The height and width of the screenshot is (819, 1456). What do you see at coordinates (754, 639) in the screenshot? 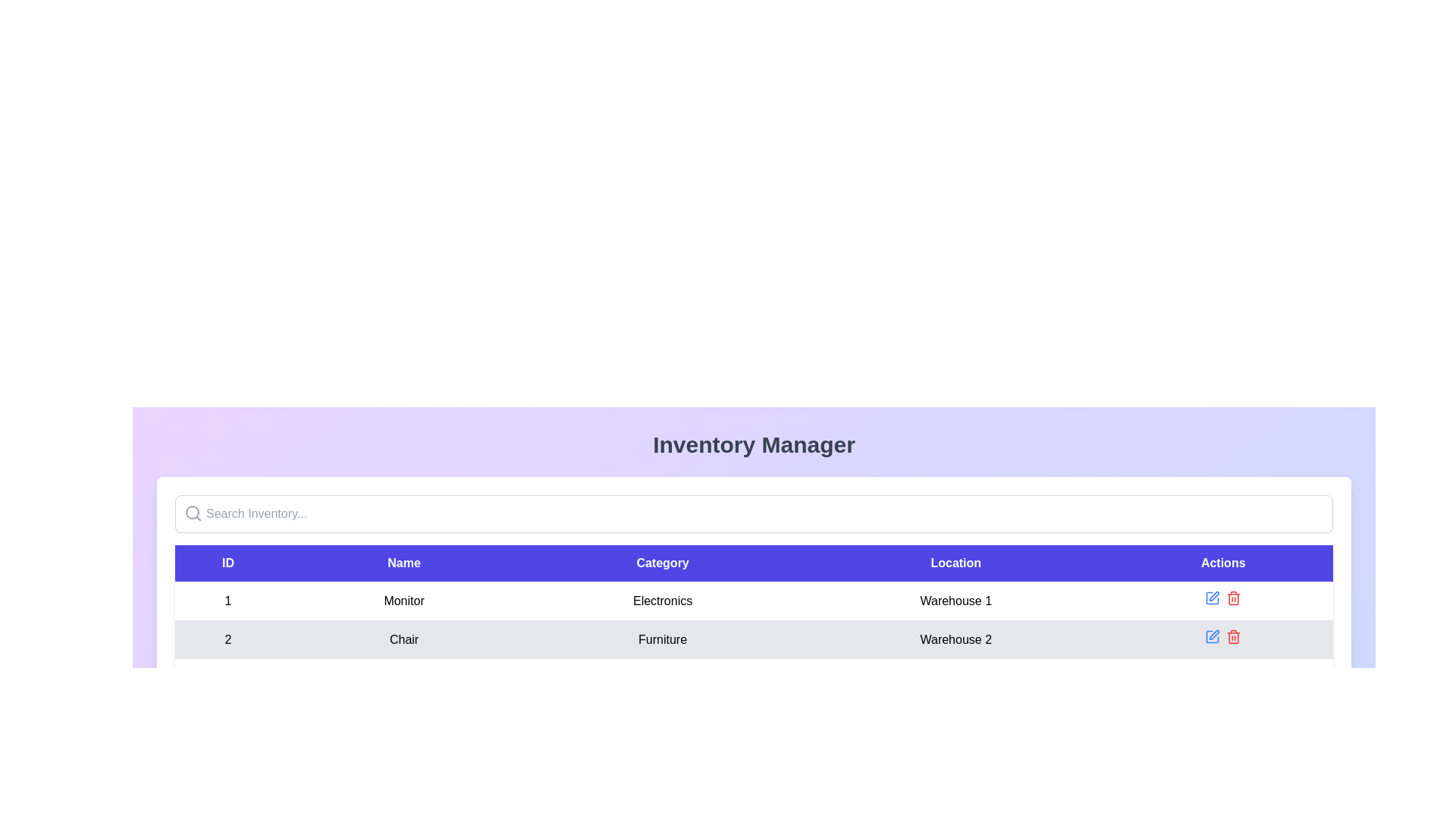
I see `displayed information in the second row of the inventory item table, which contains details about an item` at bounding box center [754, 639].